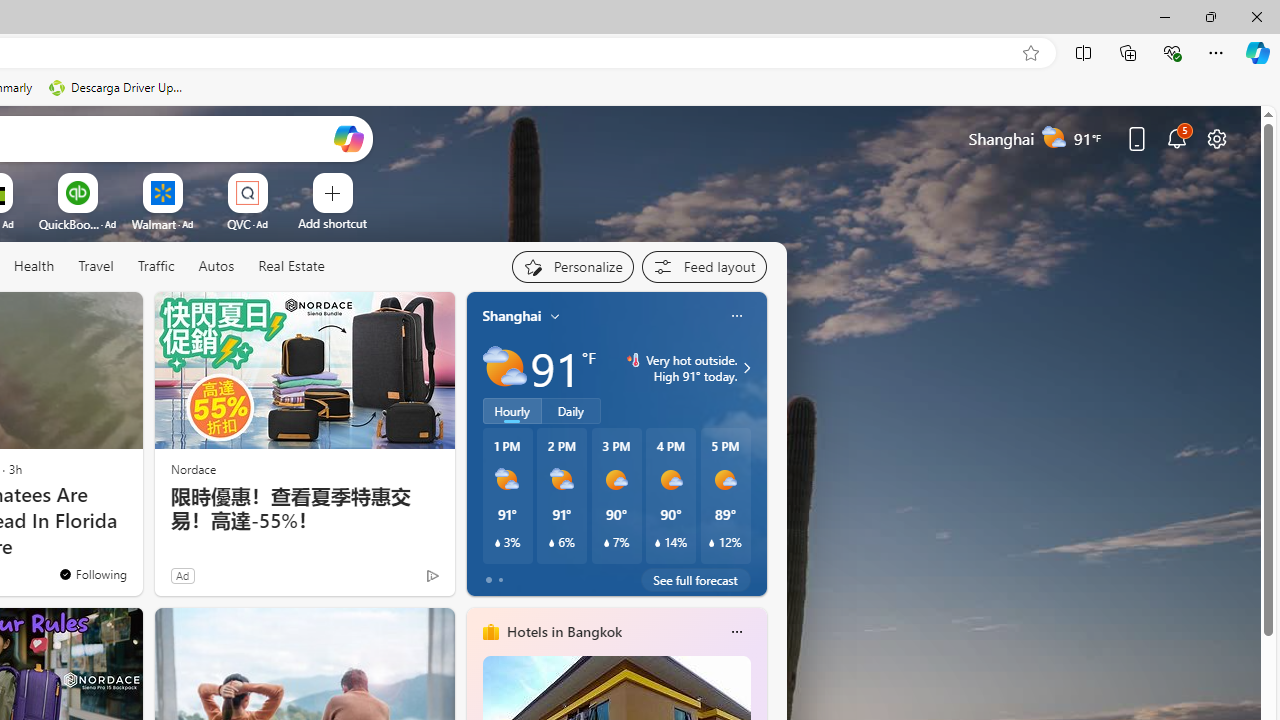 The height and width of the screenshot is (720, 1280). Describe the element at coordinates (1215, 137) in the screenshot. I see `'Page settings'` at that location.